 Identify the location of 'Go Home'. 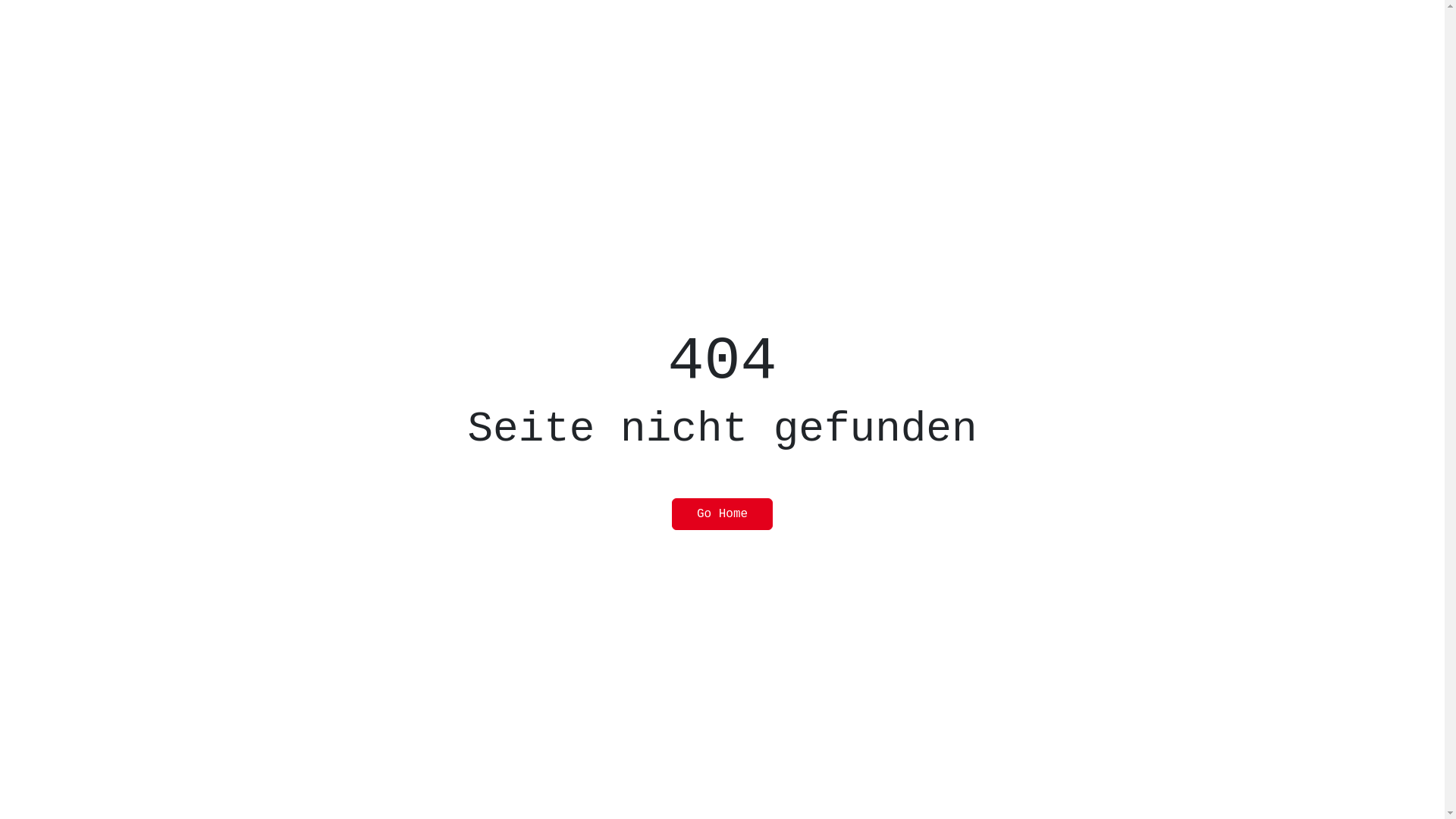
(721, 513).